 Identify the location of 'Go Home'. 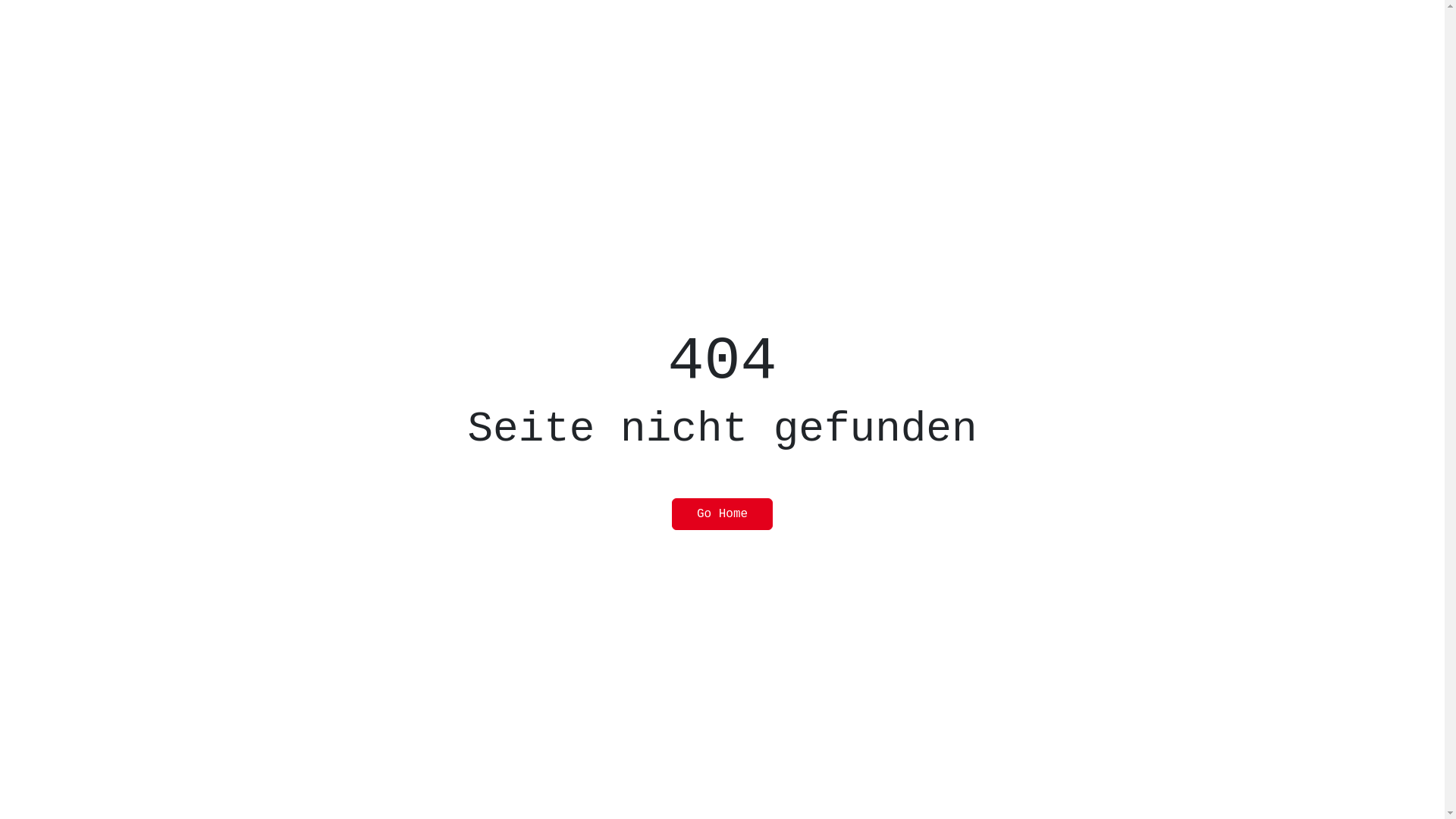
(721, 513).